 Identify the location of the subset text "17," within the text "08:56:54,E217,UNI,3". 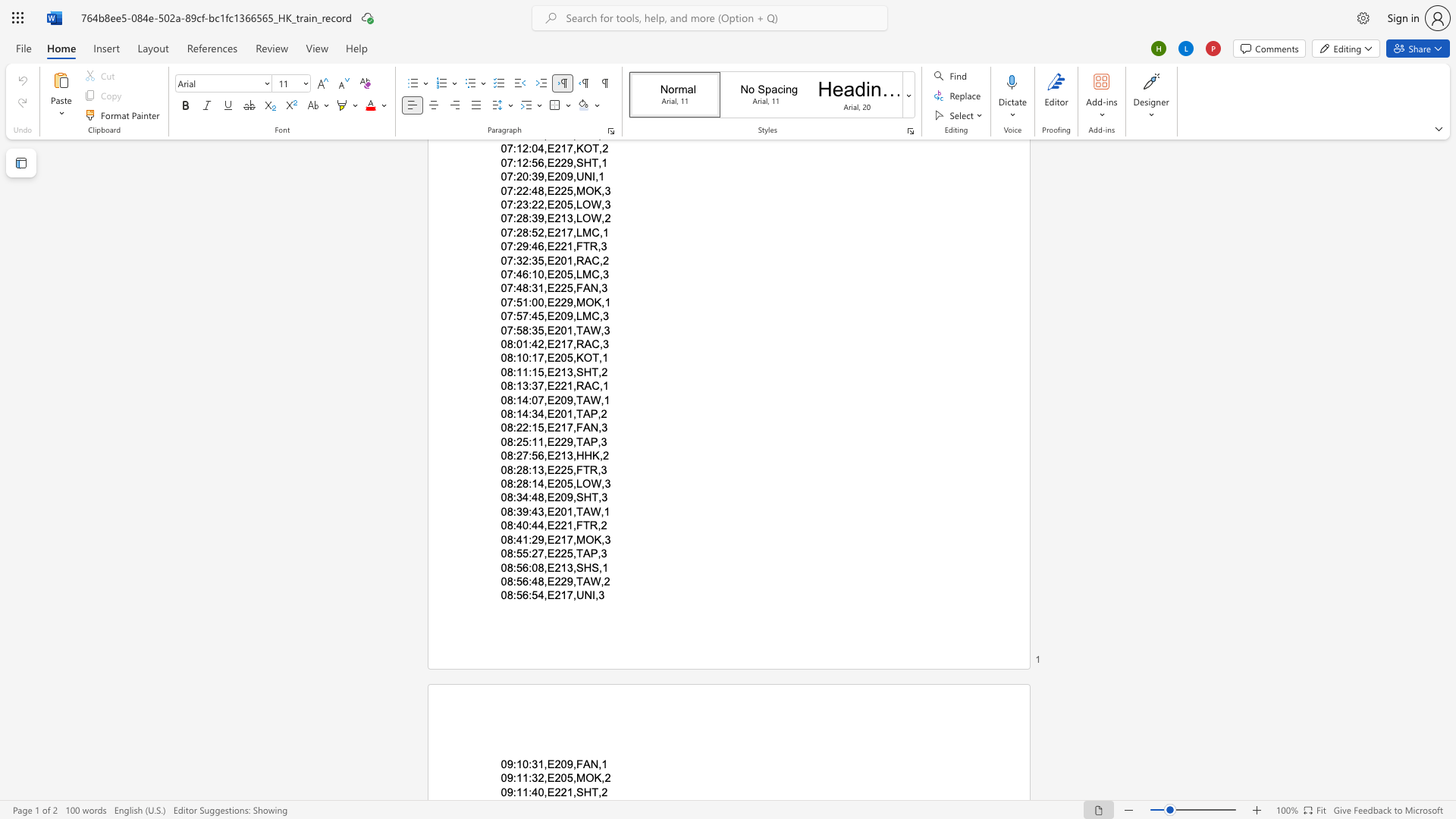
(560, 595).